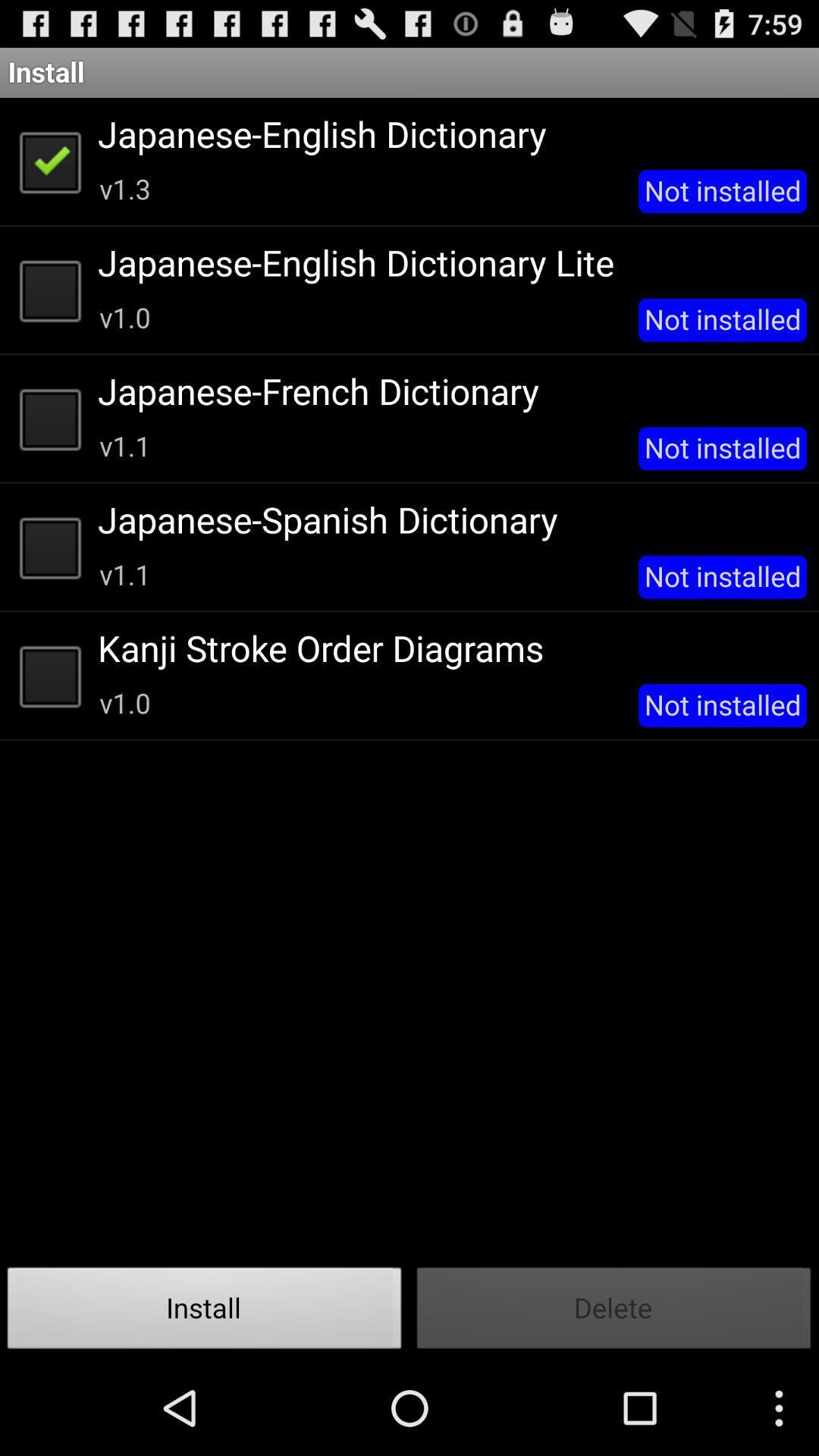 The height and width of the screenshot is (1456, 819). I want to click on the delete, so click(614, 1312).